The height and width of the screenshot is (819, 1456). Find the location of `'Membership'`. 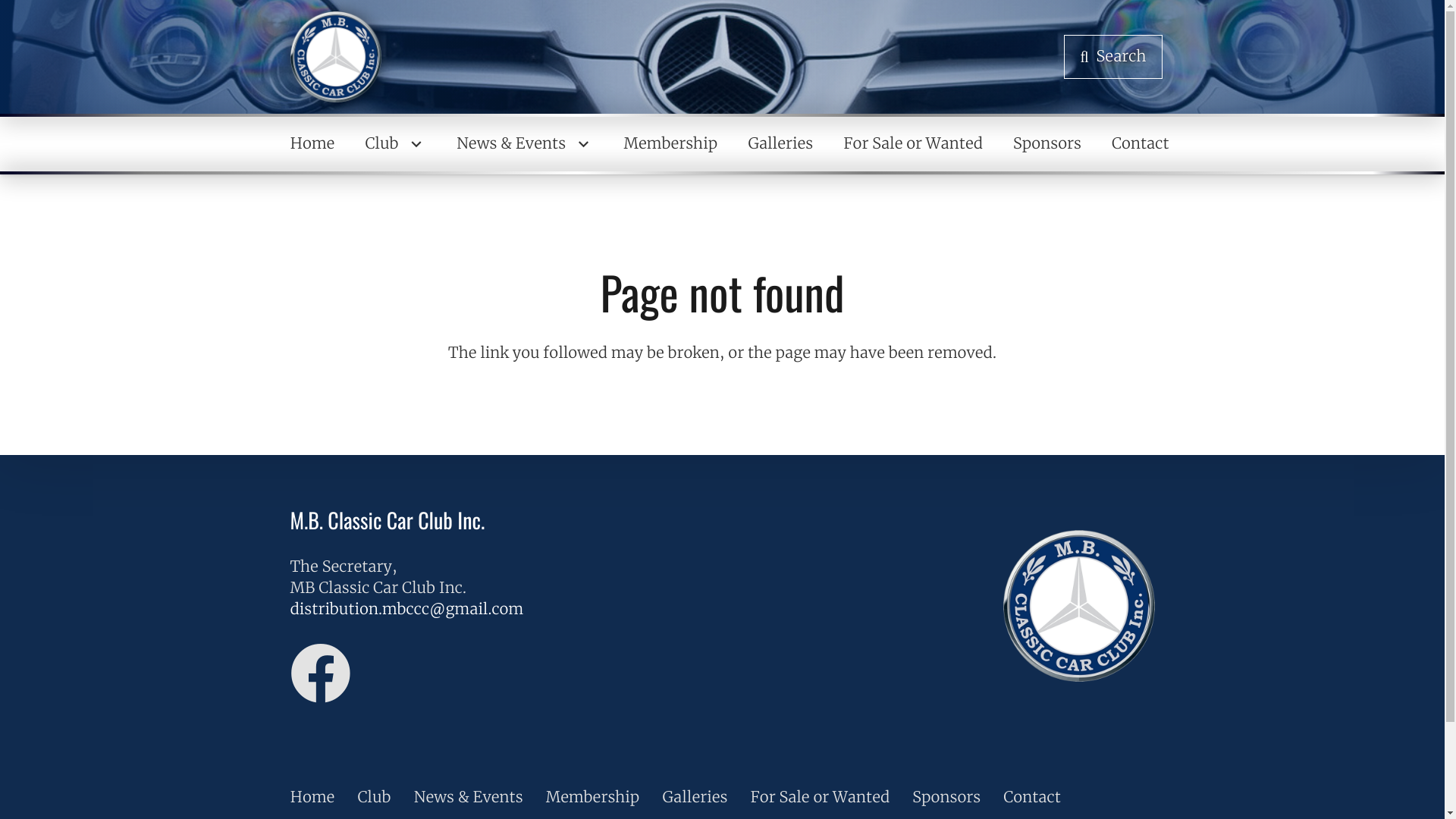

'Membership' is located at coordinates (592, 796).